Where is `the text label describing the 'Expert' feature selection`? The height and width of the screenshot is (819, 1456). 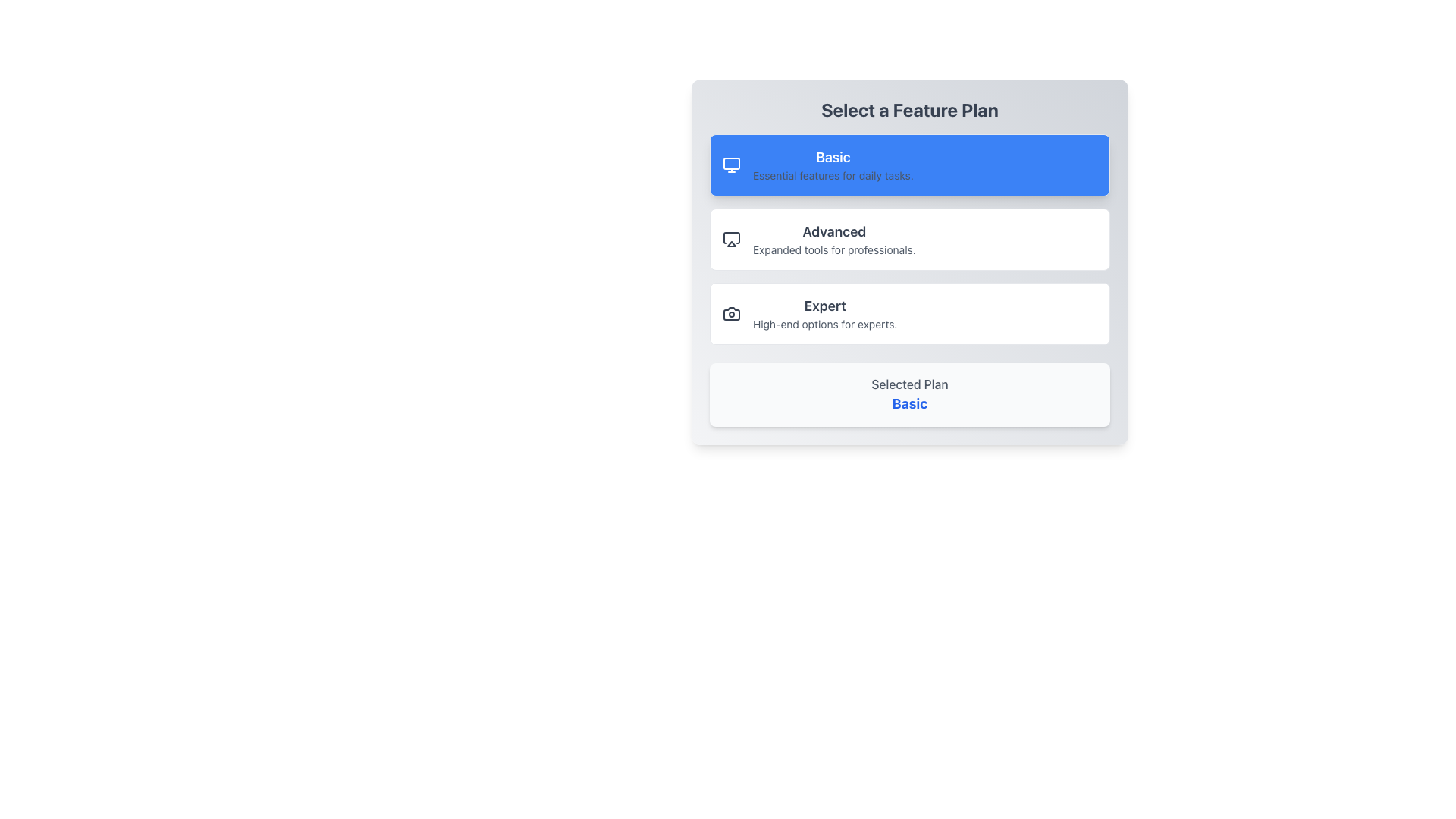
the text label describing the 'Expert' feature selection is located at coordinates (824, 312).